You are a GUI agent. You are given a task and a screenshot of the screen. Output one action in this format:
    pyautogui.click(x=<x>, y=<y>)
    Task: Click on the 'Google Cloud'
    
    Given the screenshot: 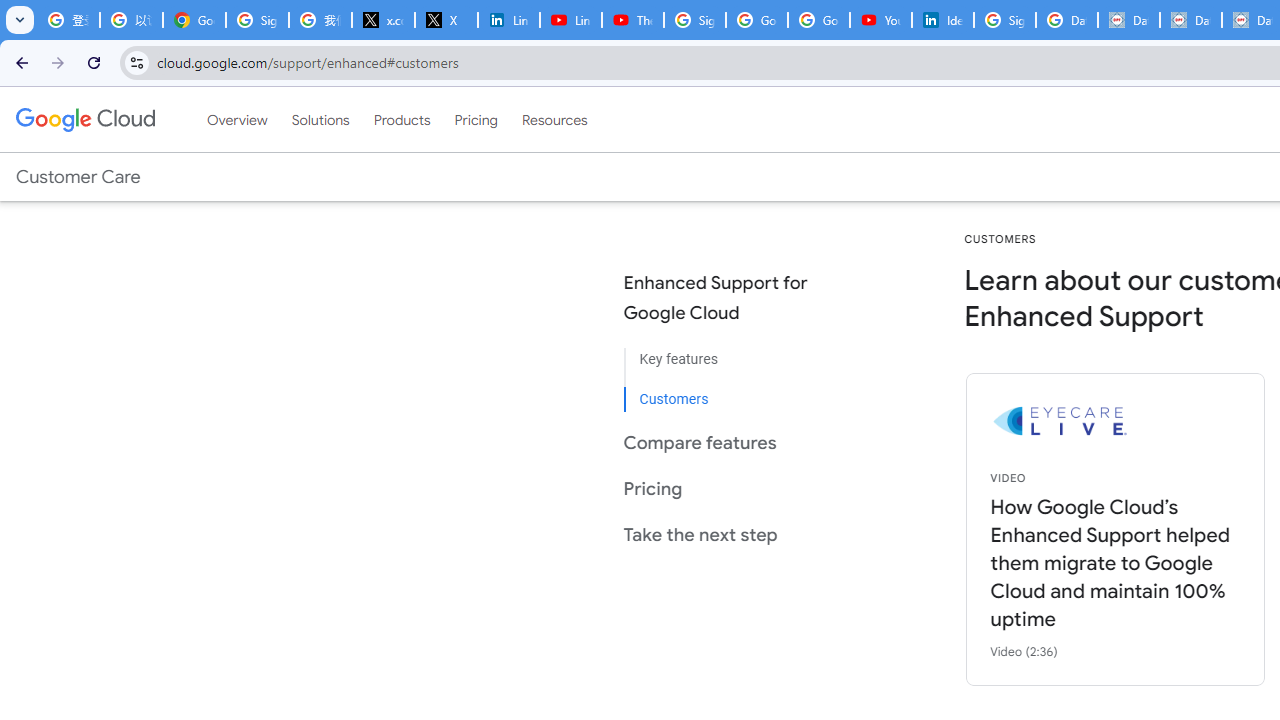 What is the action you would take?
    pyautogui.click(x=84, y=119)
    